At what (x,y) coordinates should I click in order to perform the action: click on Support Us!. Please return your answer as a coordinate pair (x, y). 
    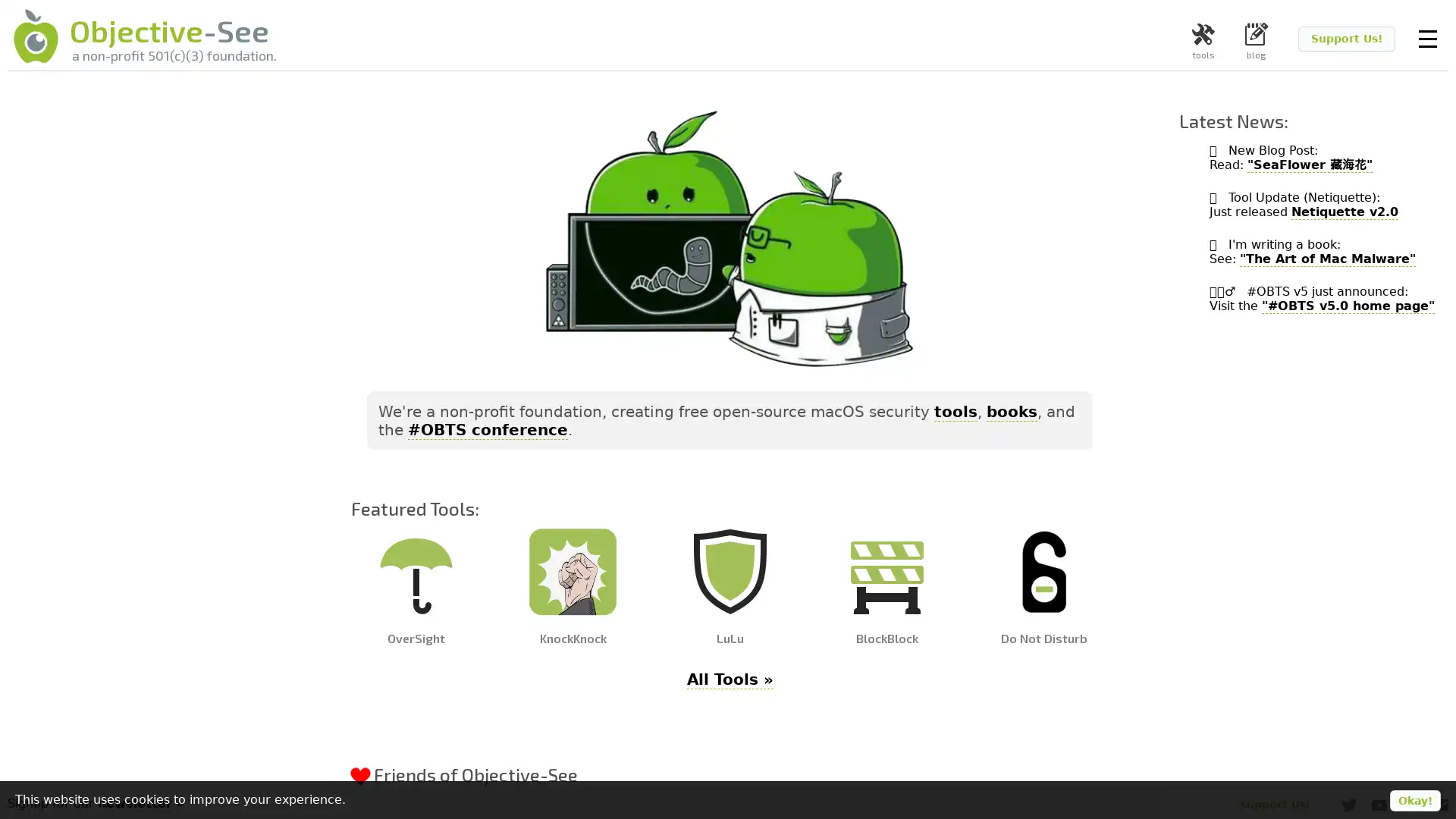
    Looking at the image, I should click on (1347, 38).